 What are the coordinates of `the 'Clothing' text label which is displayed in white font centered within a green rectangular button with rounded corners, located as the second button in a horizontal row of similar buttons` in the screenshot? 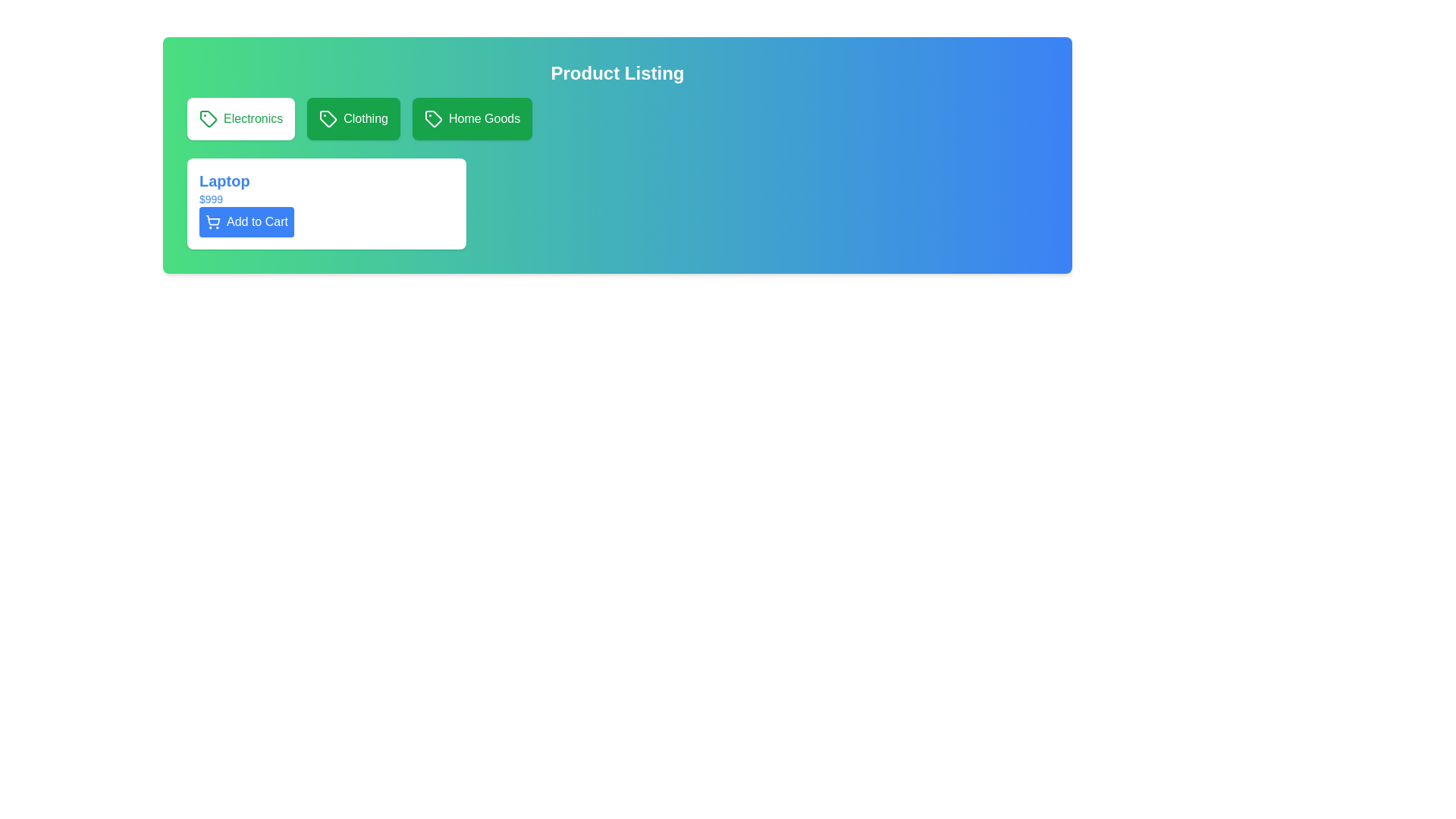 It's located at (366, 118).